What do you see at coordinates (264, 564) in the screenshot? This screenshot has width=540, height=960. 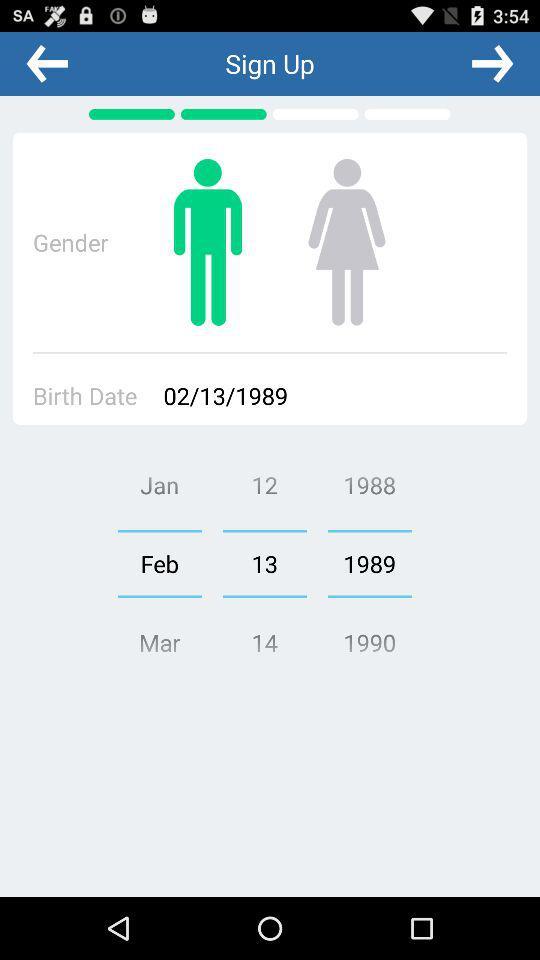 I see `13th date which is after feb on the page` at bounding box center [264, 564].